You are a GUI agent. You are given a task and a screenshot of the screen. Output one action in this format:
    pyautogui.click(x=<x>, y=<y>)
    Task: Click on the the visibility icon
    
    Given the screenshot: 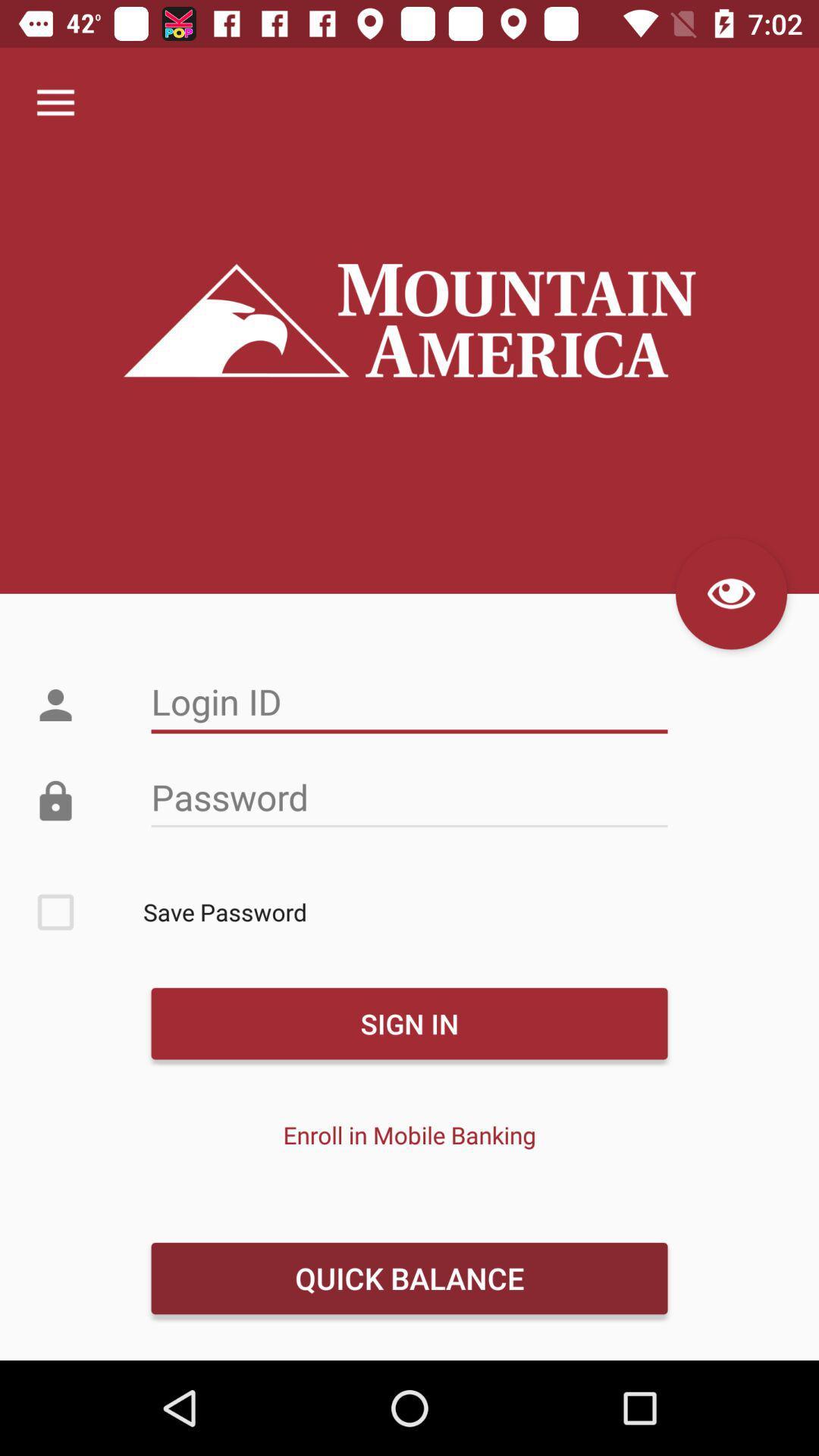 What is the action you would take?
    pyautogui.click(x=730, y=592)
    